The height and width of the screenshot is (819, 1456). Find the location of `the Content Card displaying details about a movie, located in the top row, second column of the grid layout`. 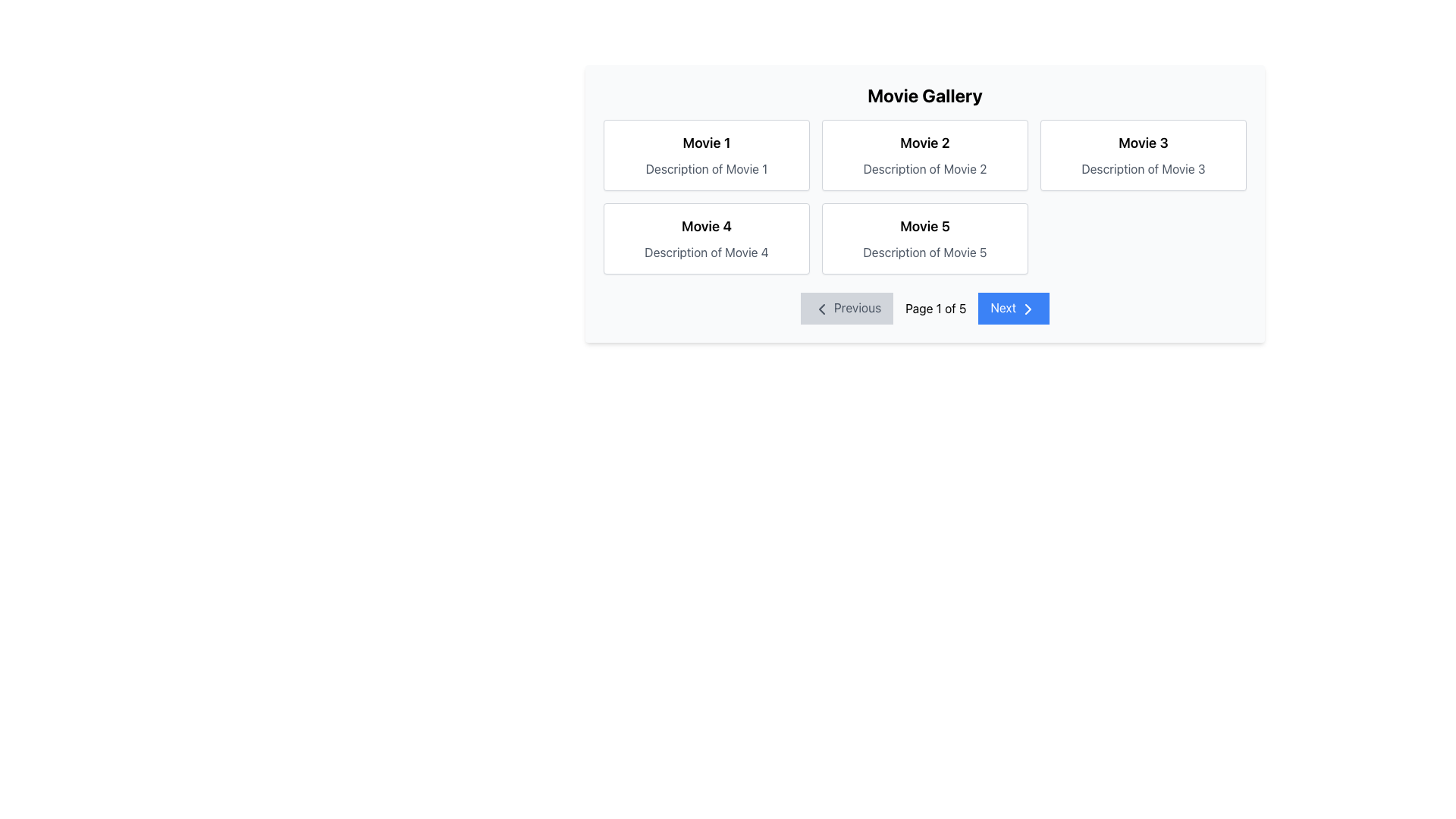

the Content Card displaying details about a movie, located in the top row, second column of the grid layout is located at coordinates (924, 155).